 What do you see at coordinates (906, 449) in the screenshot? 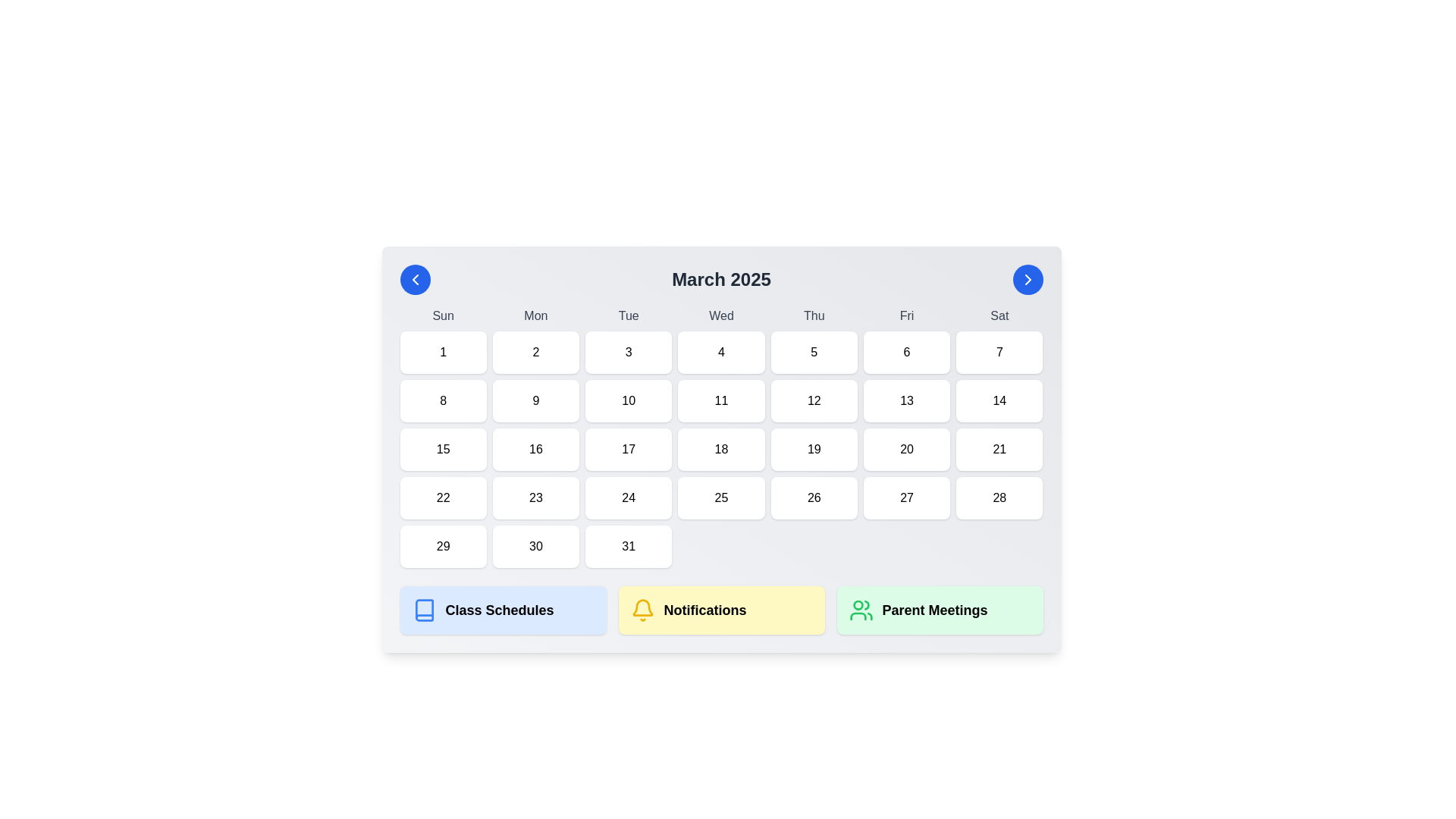
I see `the interactive calendar day cell displaying the number '20'` at bounding box center [906, 449].